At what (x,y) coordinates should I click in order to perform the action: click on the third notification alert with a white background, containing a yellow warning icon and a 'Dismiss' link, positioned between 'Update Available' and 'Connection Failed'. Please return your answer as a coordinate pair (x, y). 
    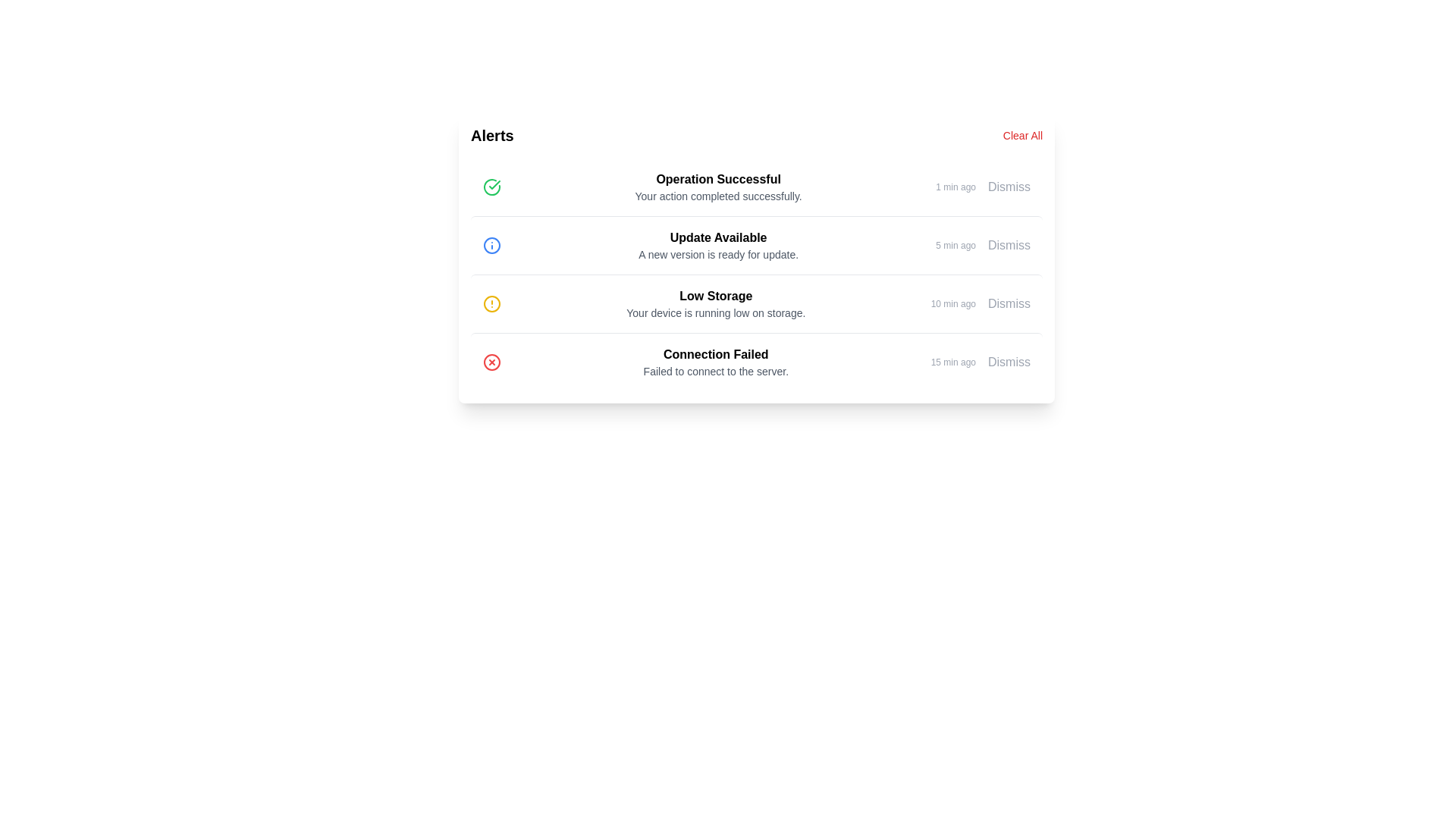
    Looking at the image, I should click on (757, 303).